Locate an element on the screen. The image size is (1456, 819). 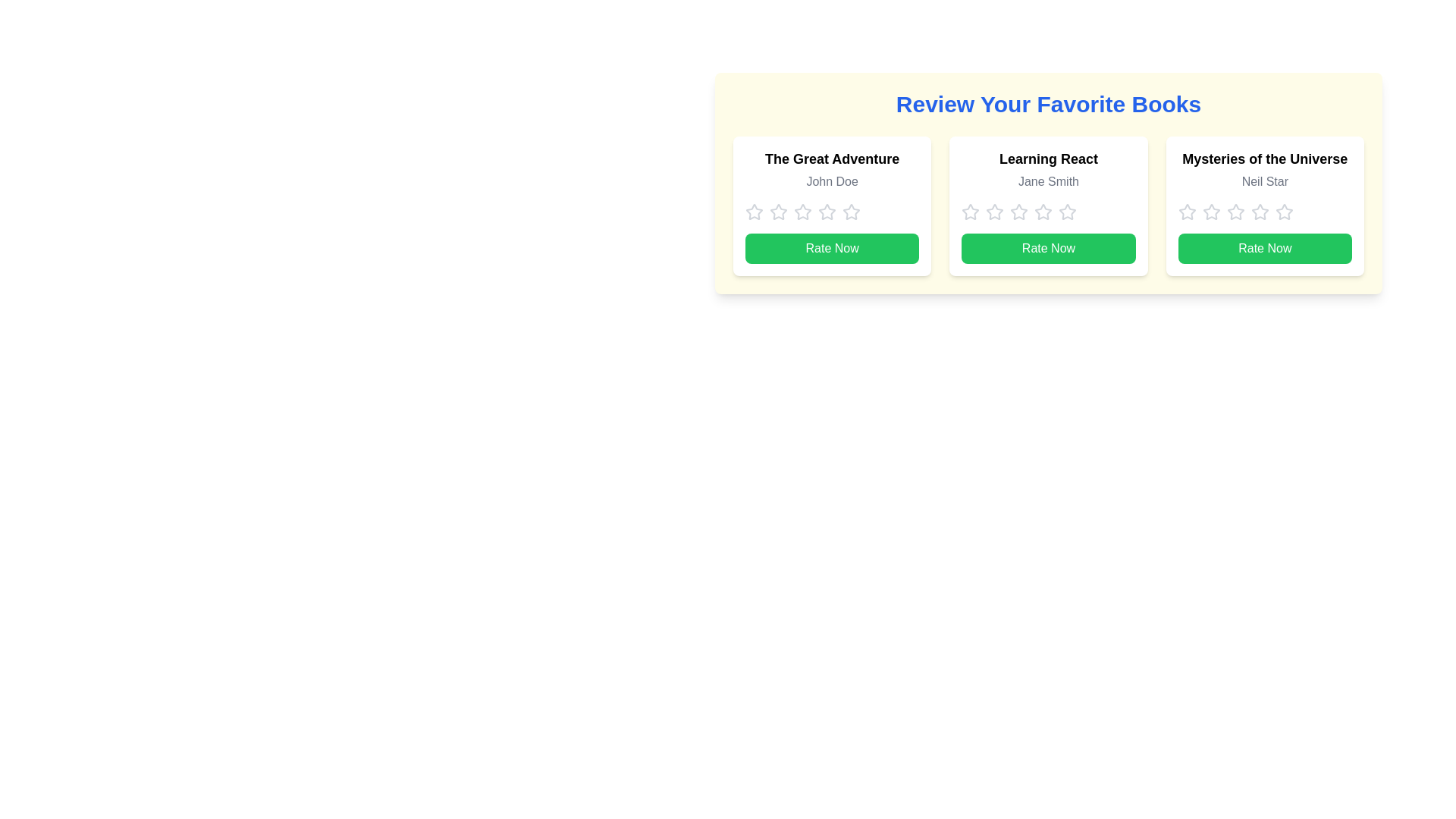
the first star icon in the rating row for the book 'Mysteries of the Universe' to rate it is located at coordinates (1186, 212).